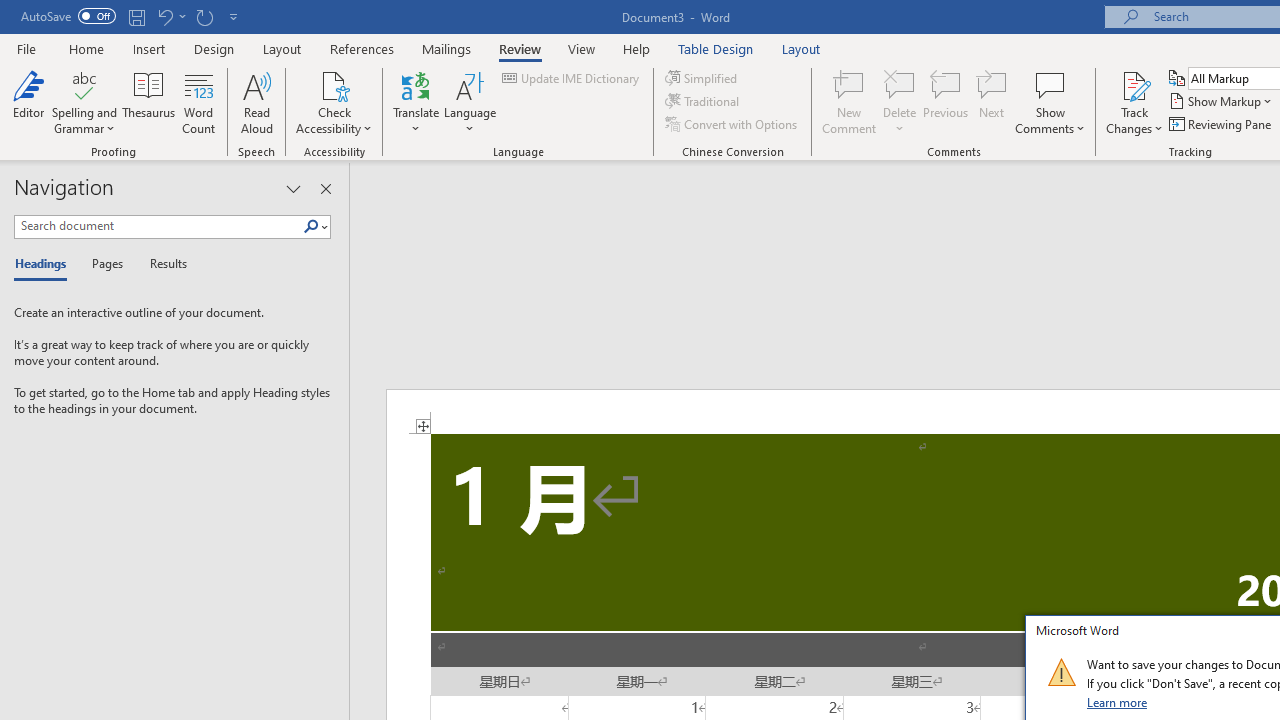 The height and width of the screenshot is (720, 1280). Describe the element at coordinates (899, 84) in the screenshot. I see `'Delete'` at that location.